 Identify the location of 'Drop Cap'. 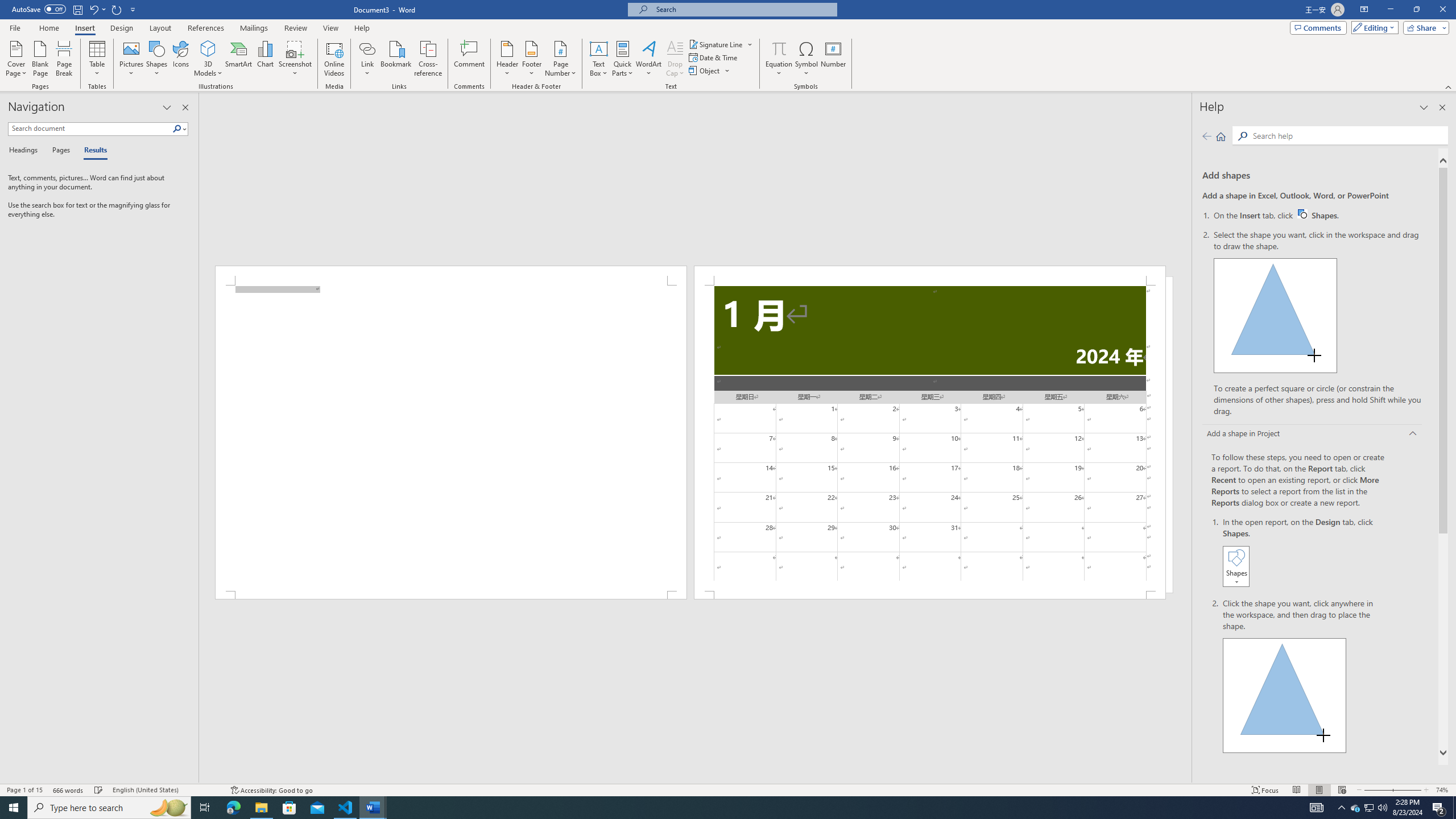
(675, 59).